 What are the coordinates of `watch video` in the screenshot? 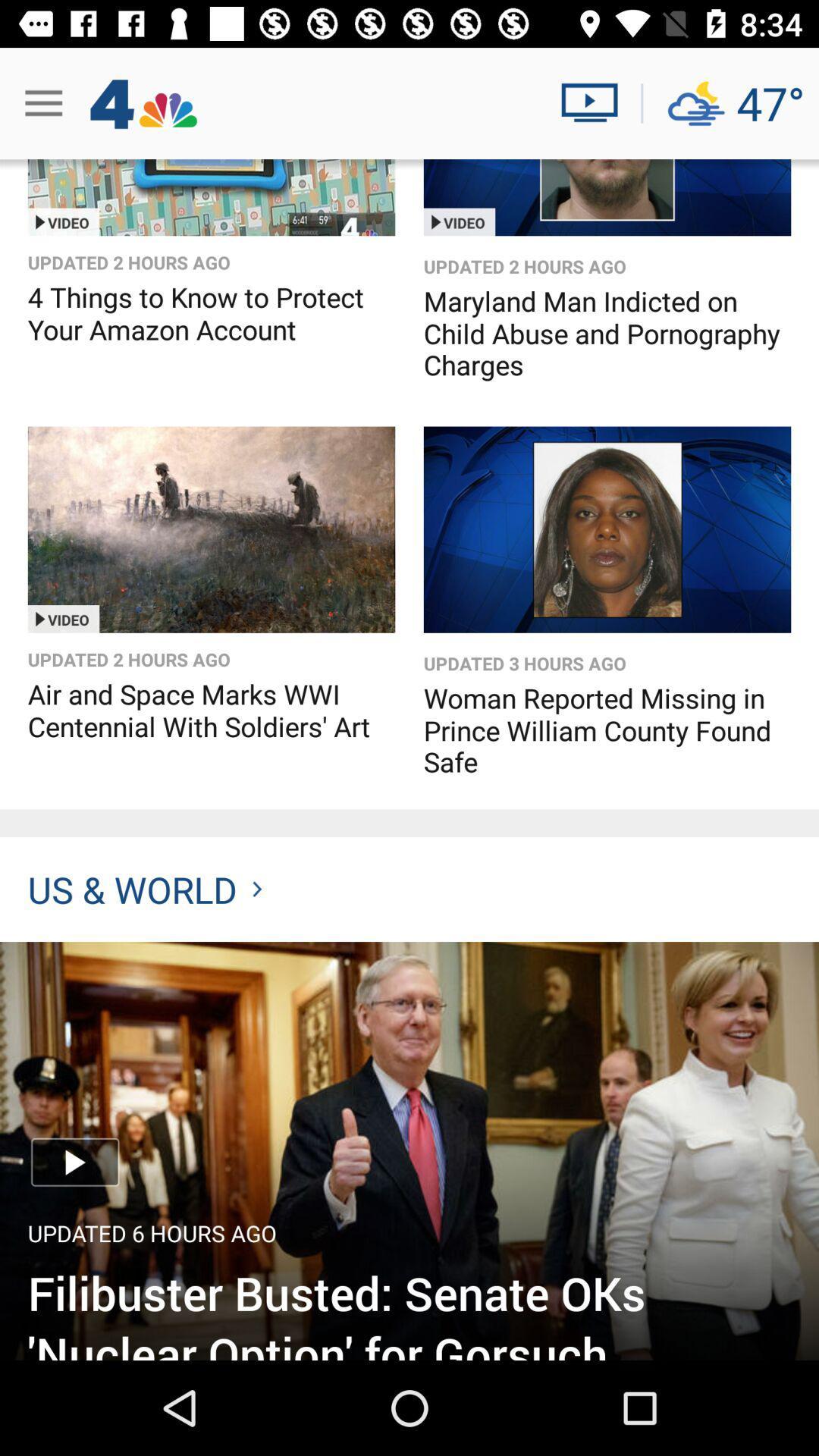 It's located at (211, 529).